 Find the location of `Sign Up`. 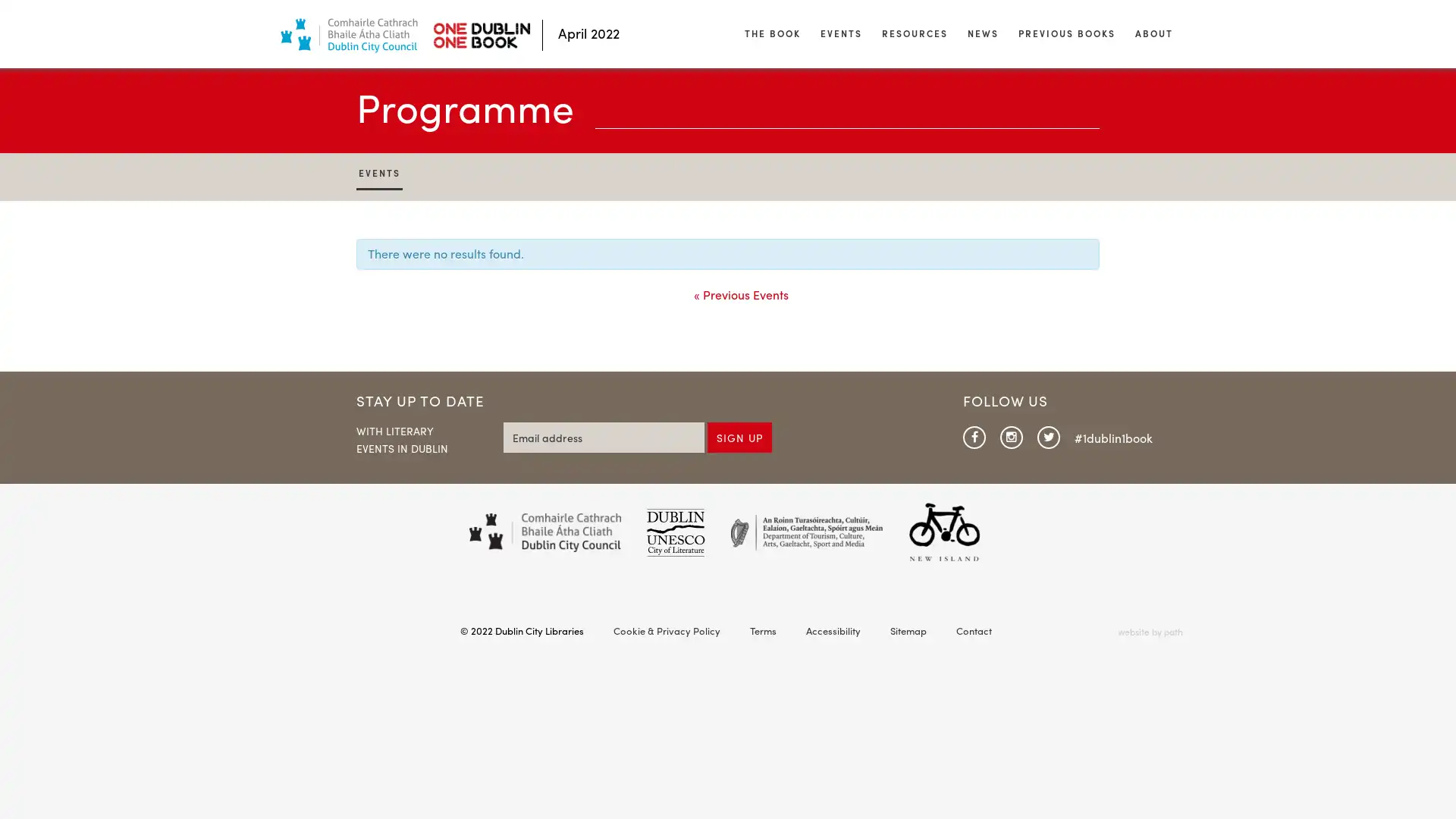

Sign Up is located at coordinates (739, 436).